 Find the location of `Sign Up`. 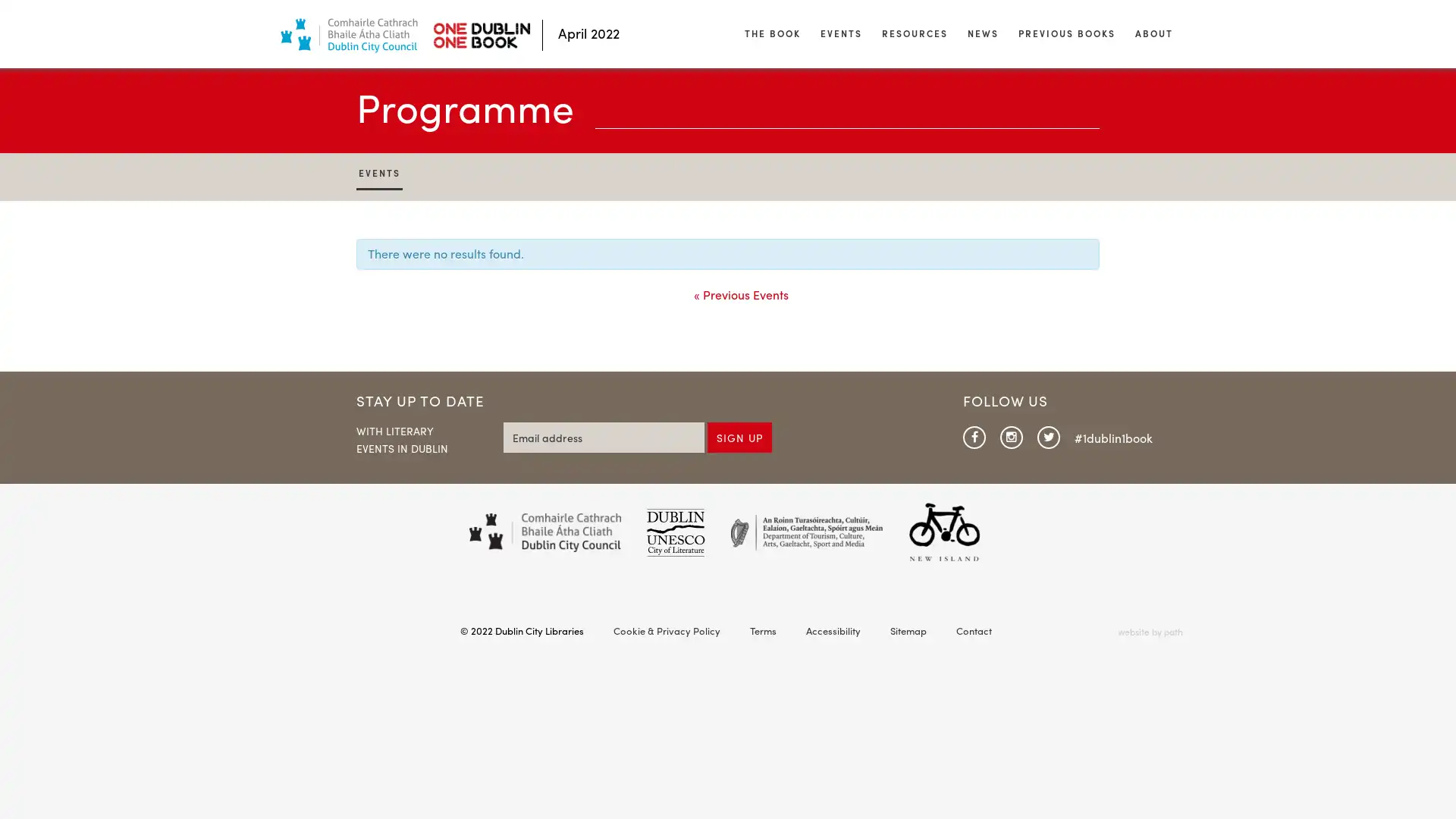

Sign Up is located at coordinates (739, 436).